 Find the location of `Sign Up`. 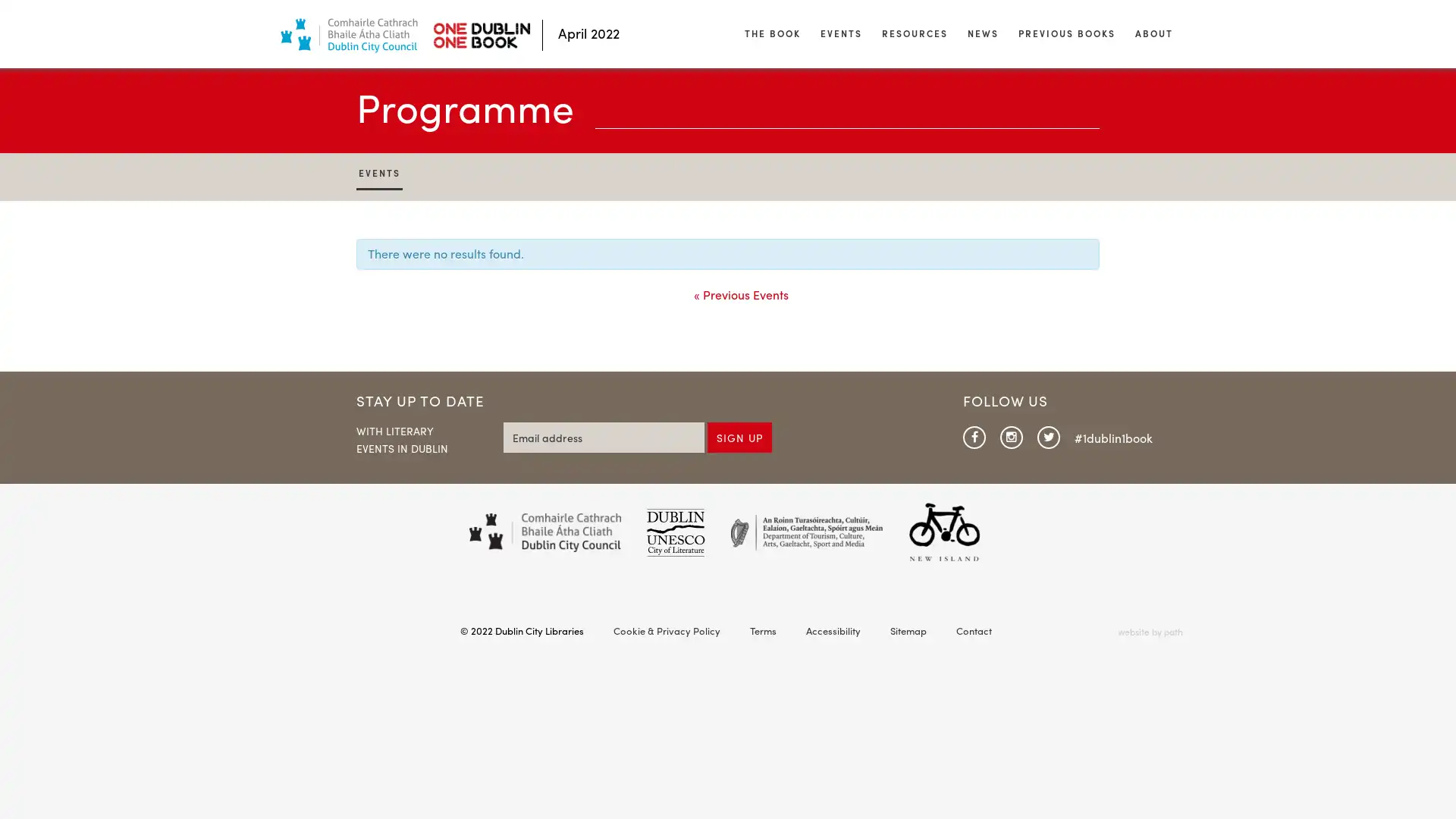

Sign Up is located at coordinates (739, 436).